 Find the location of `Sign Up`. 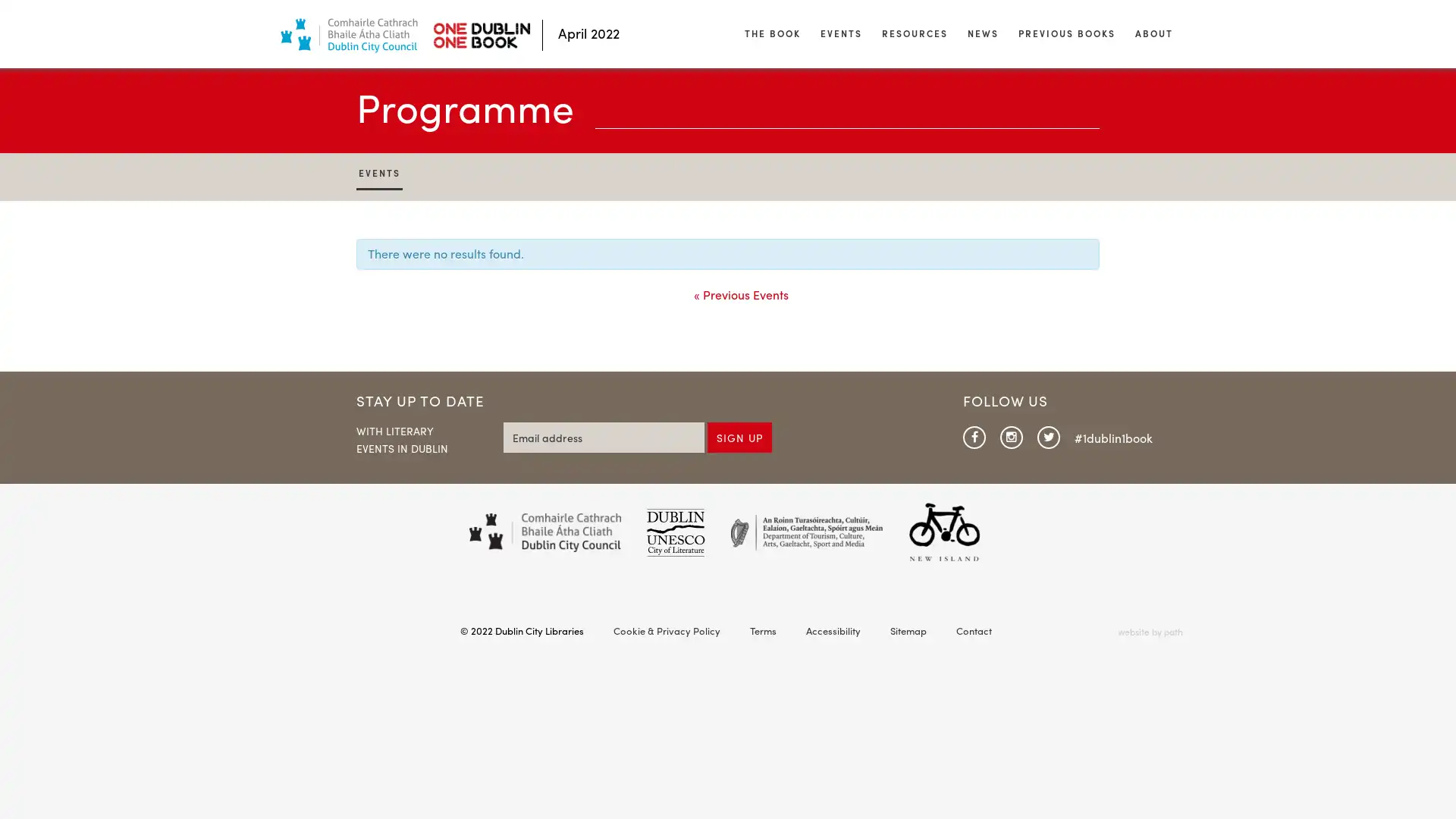

Sign Up is located at coordinates (739, 436).